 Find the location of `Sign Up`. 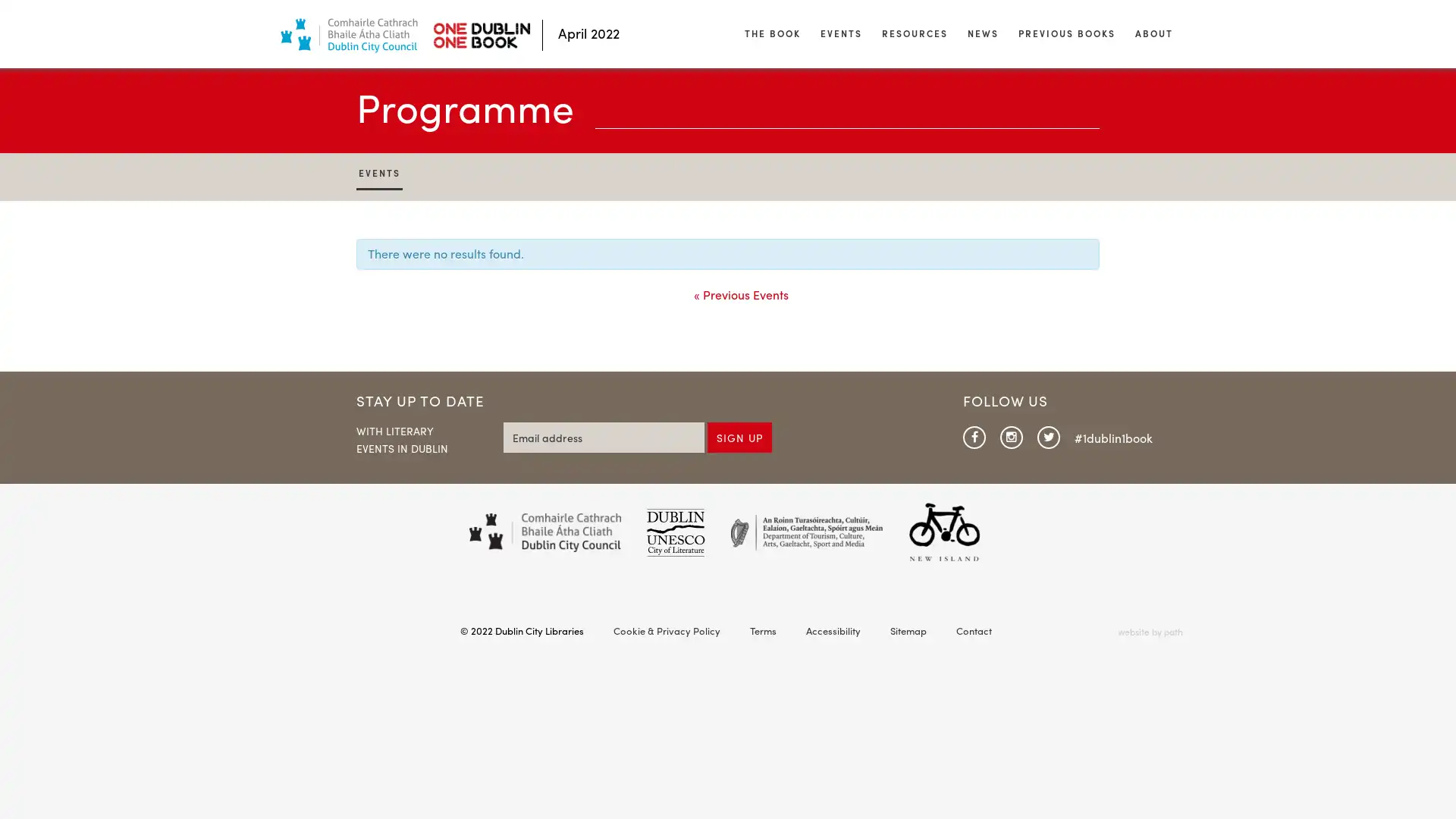

Sign Up is located at coordinates (739, 436).